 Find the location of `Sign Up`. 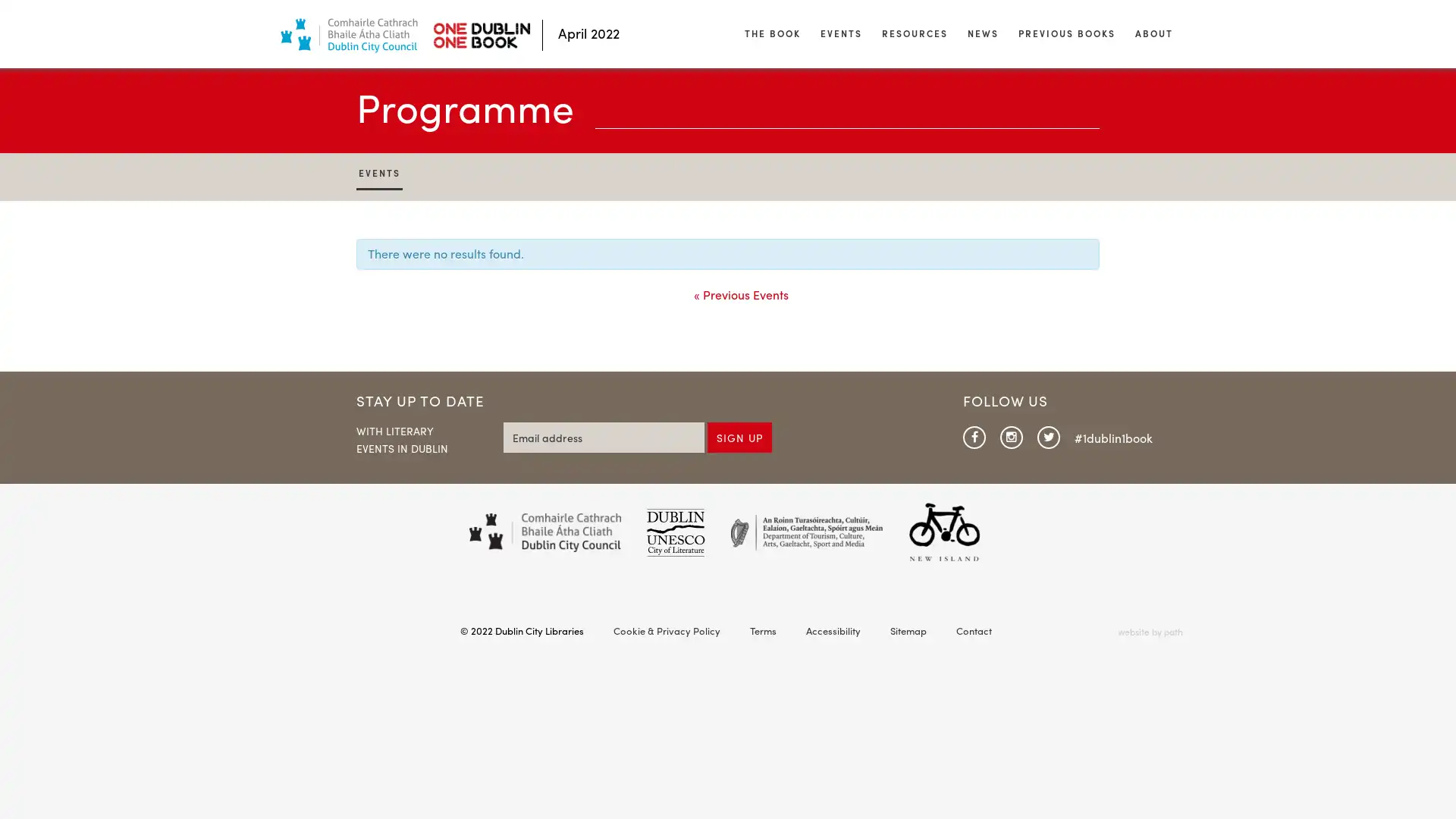

Sign Up is located at coordinates (739, 436).